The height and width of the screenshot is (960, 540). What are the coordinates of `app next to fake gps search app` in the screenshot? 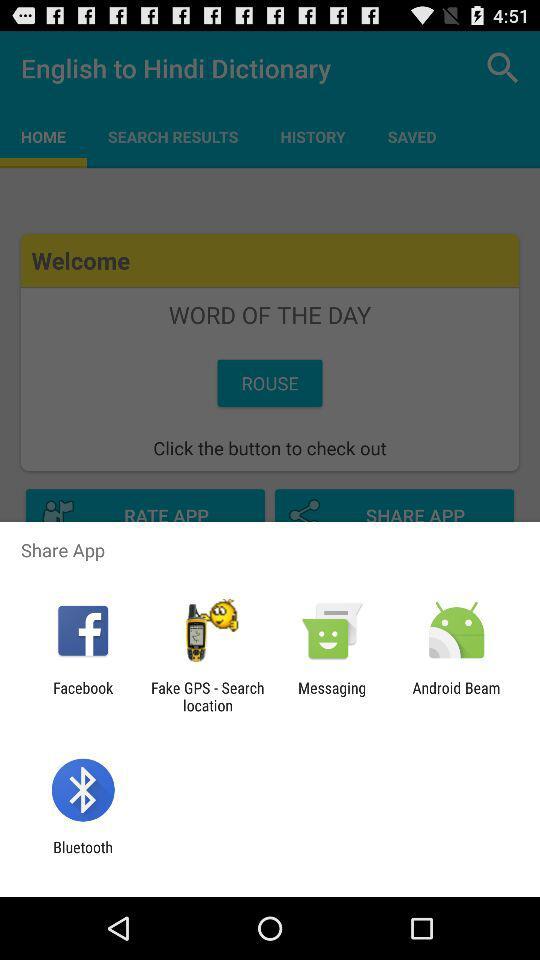 It's located at (82, 696).